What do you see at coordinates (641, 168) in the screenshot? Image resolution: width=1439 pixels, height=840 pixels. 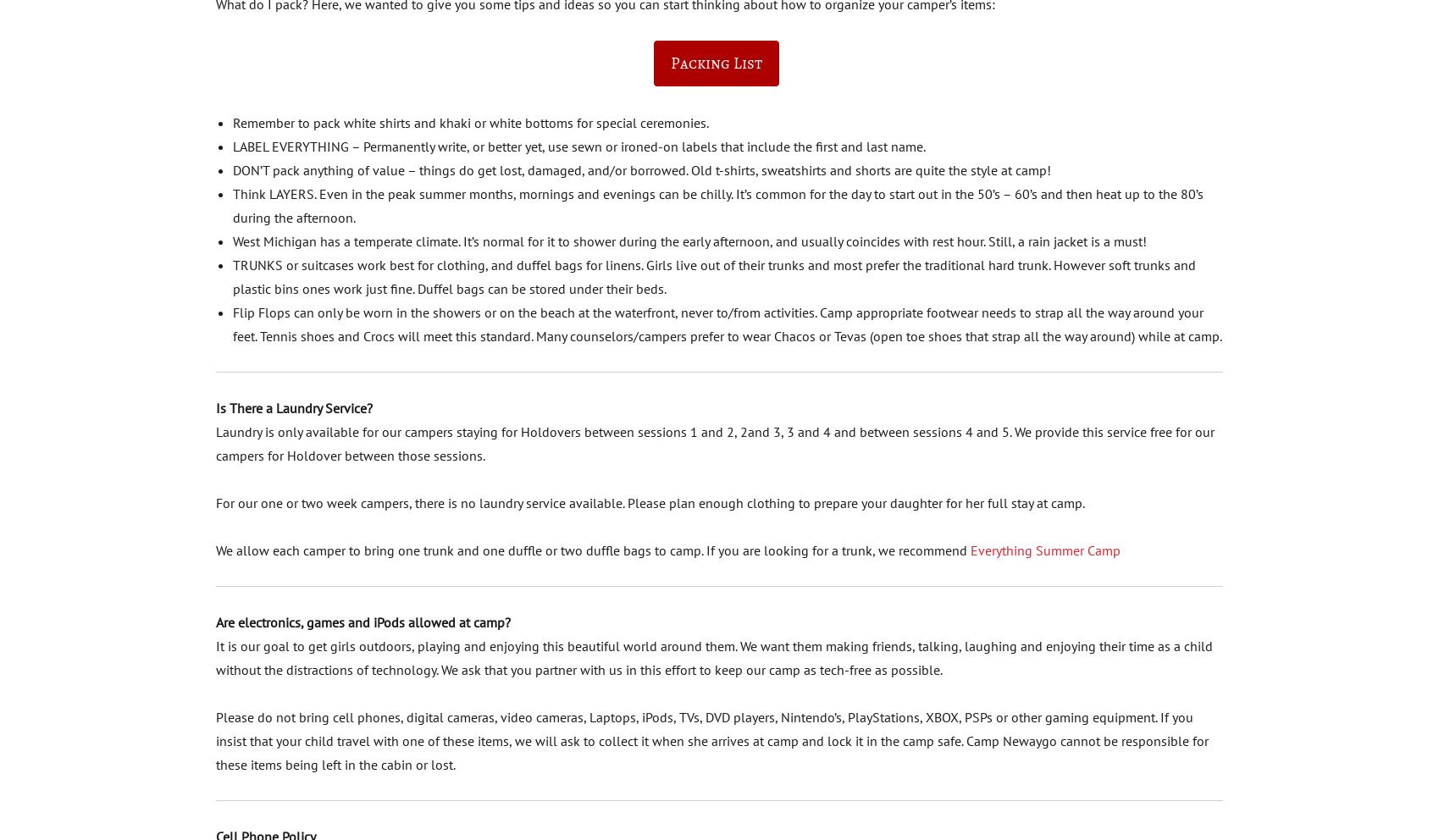 I see `'DON’T pack anything of value – things do get lost, damaged, and/or borrowed. Old t-shirts, sweatshirts and shorts are quite the style at camp!'` at bounding box center [641, 168].